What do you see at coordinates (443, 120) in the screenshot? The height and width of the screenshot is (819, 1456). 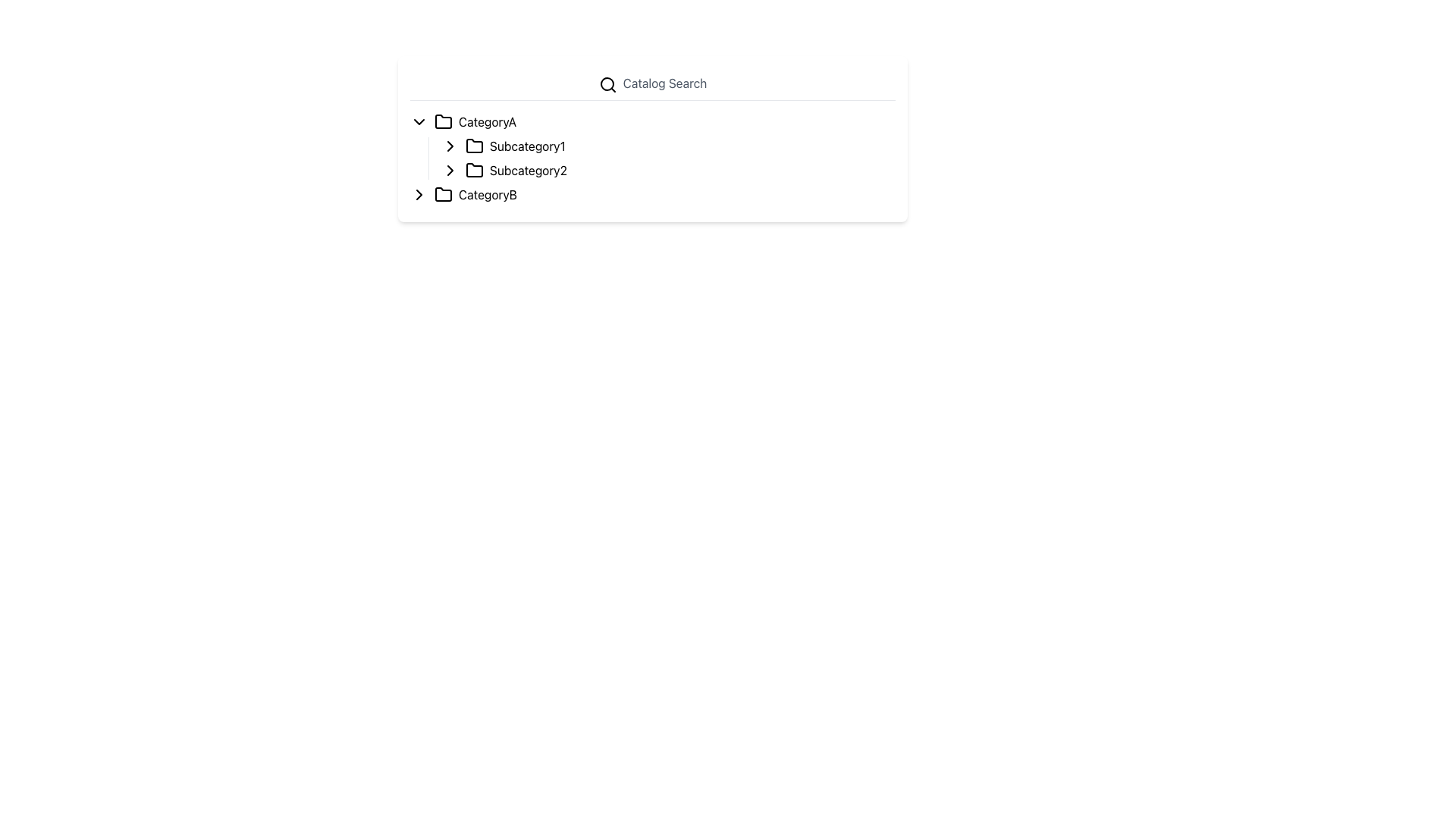 I see `the 'CategoryA' folder icon located next to the text label 'CategoryA' in the hierarchical list` at bounding box center [443, 120].